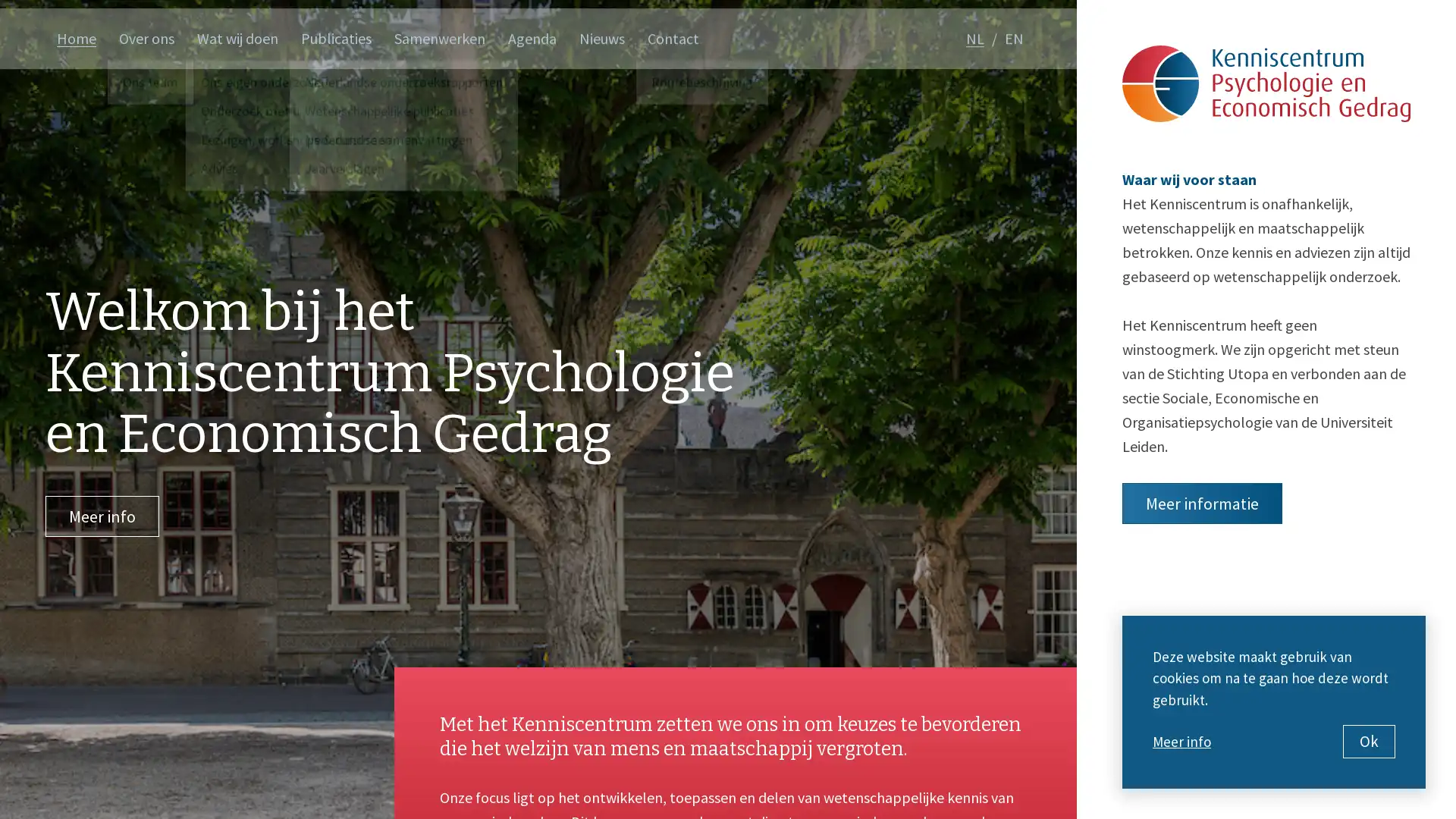  What do you see at coordinates (1369, 741) in the screenshot?
I see `Ok` at bounding box center [1369, 741].